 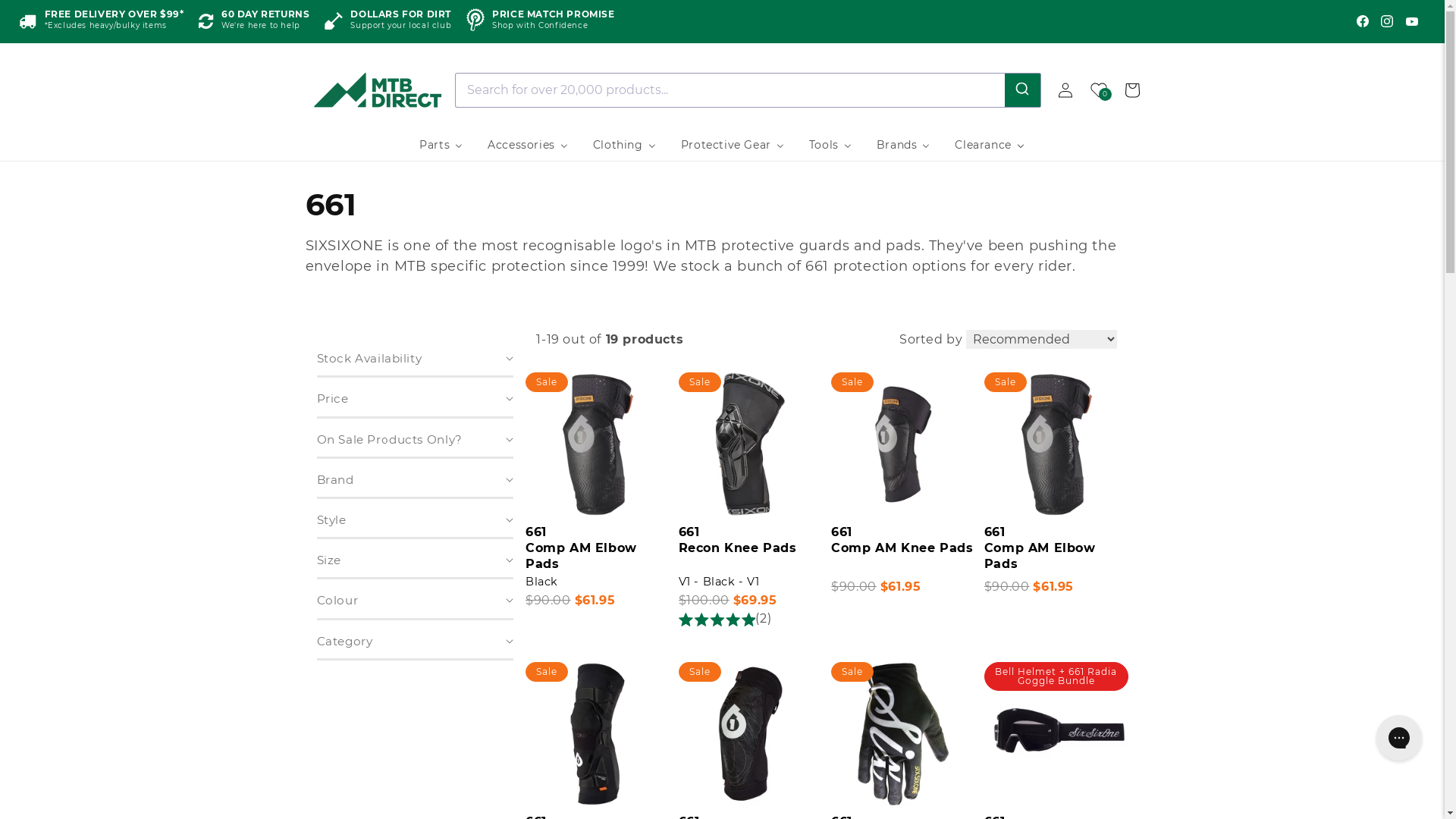 I want to click on 'FREE DELIVERY OVER $99*, so click(x=100, y=21).